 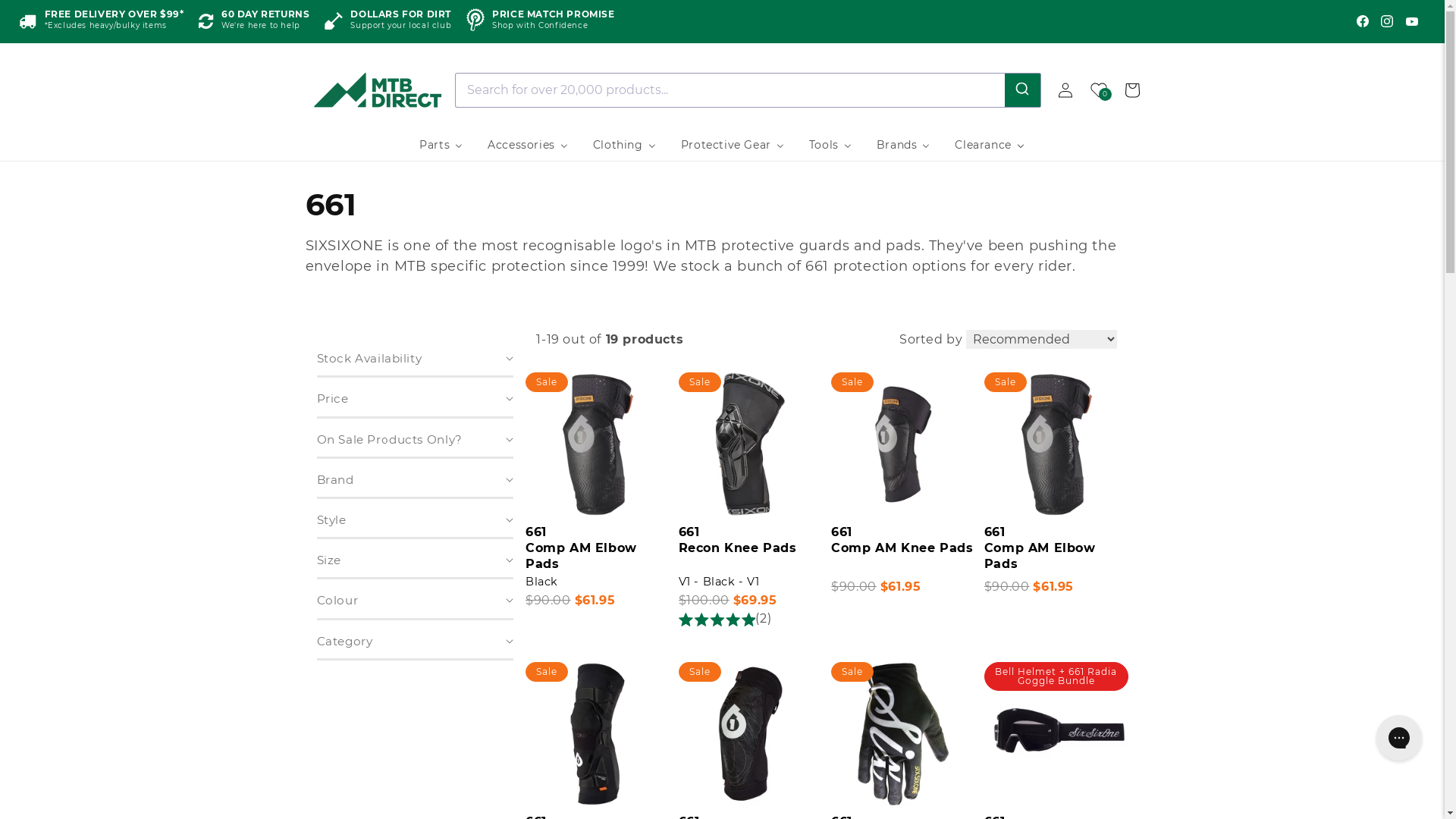 I want to click on 'FREE DELIVERY OVER $99*, so click(x=100, y=21).